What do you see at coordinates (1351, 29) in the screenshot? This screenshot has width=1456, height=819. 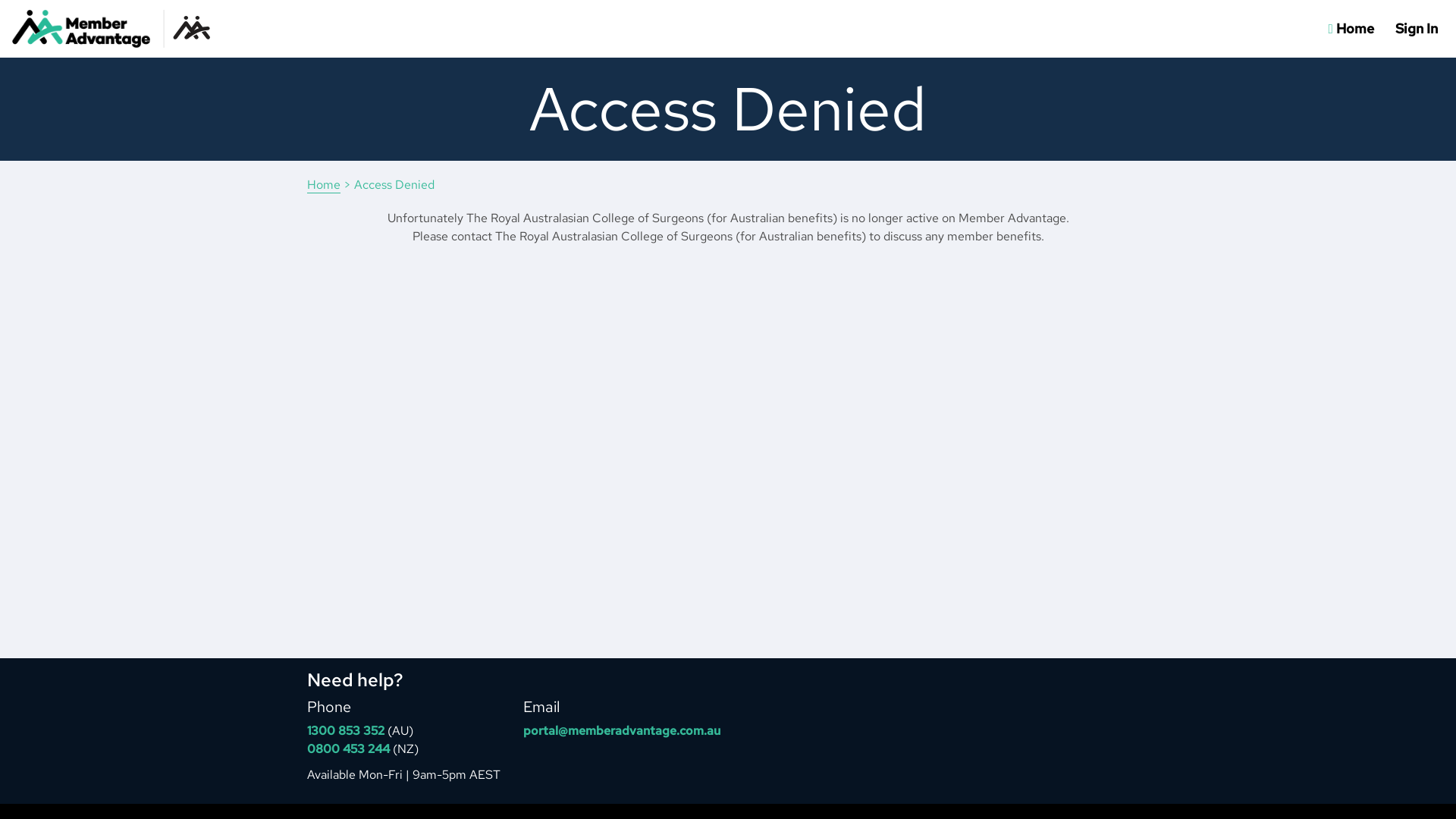 I see `'Home'` at bounding box center [1351, 29].